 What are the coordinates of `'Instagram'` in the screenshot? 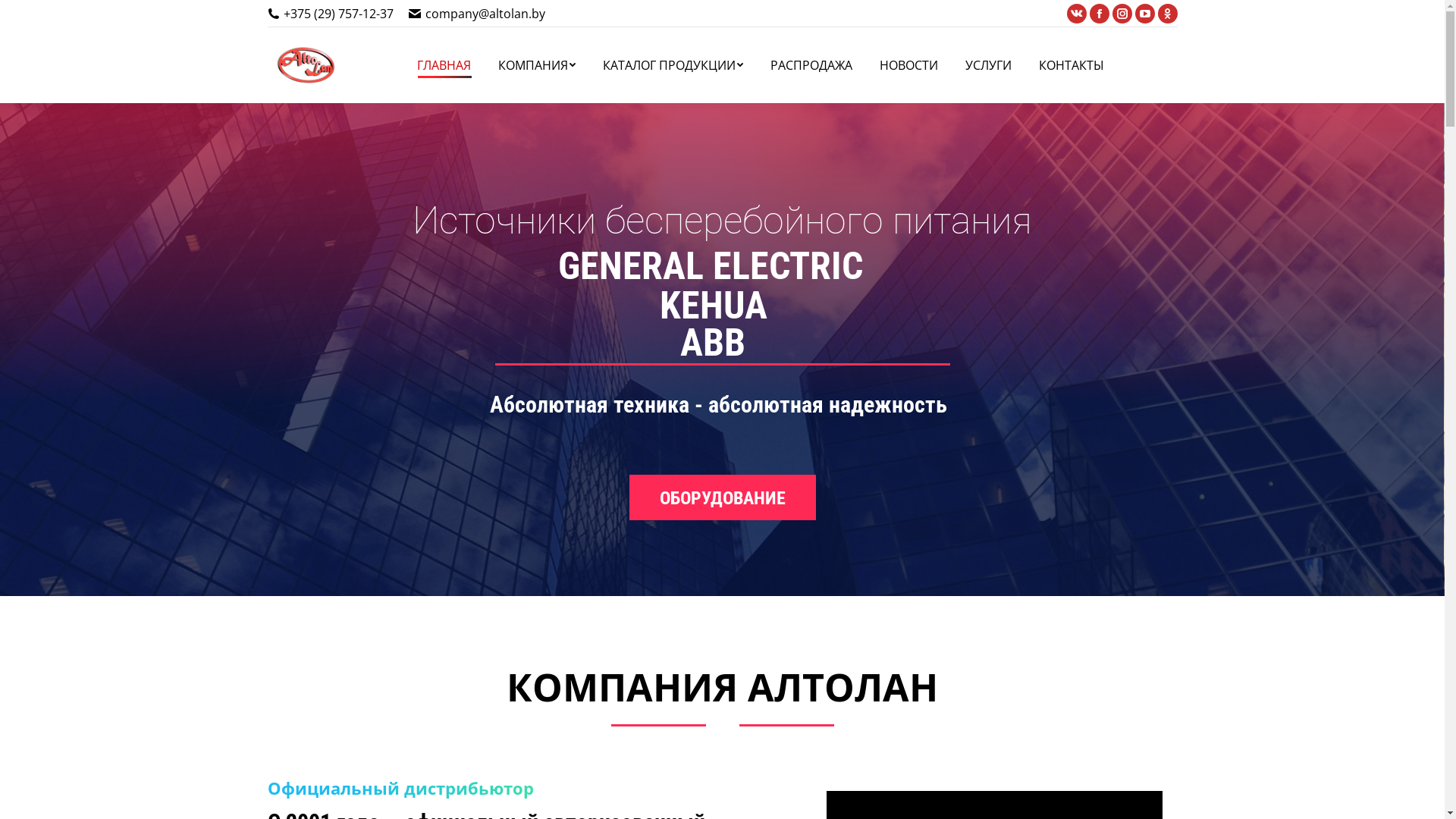 It's located at (1121, 14).